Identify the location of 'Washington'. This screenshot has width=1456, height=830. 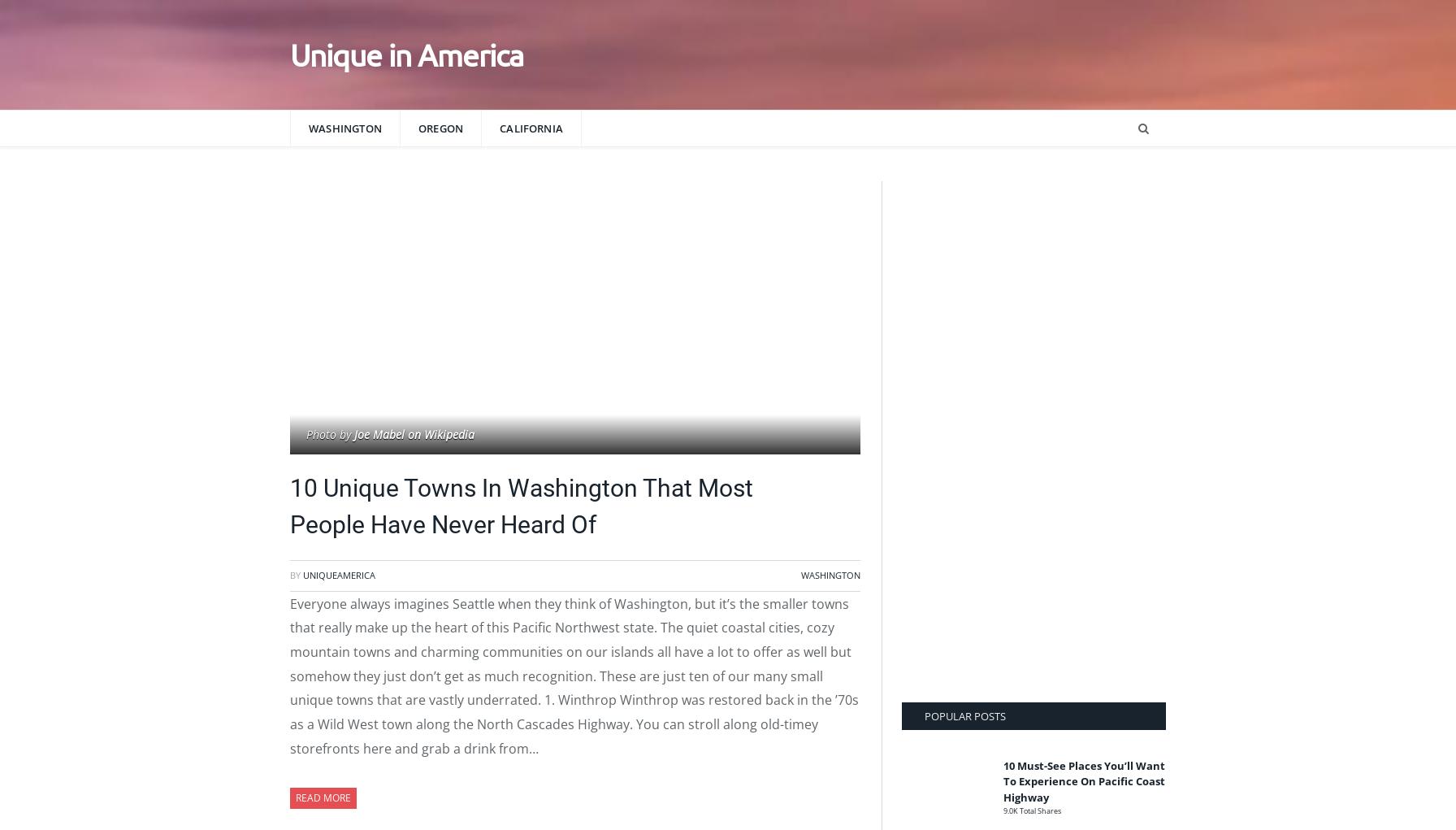
(800, 574).